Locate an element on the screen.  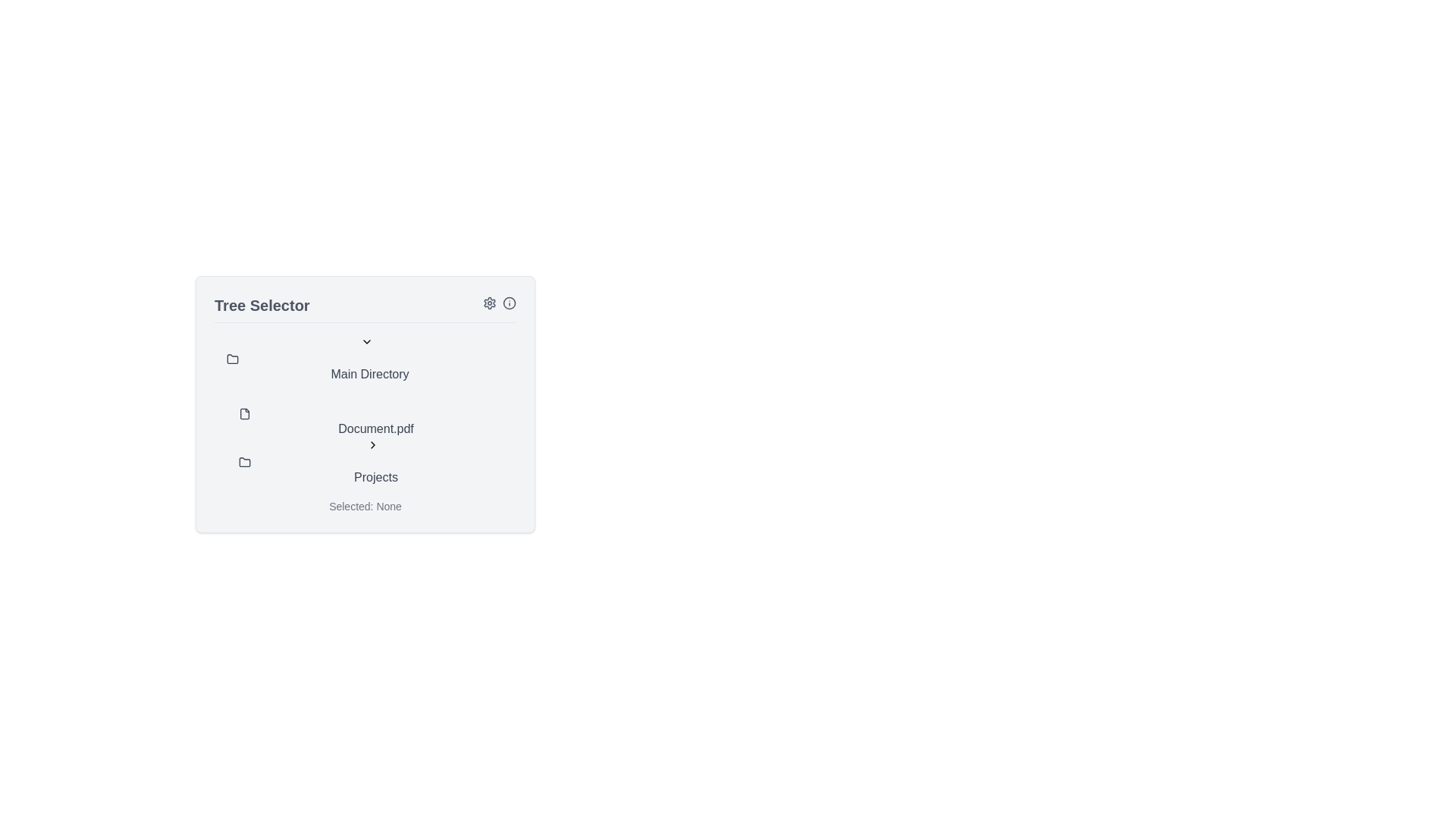
the document icon located to the left of the 'Document.pdf' label is located at coordinates (244, 414).